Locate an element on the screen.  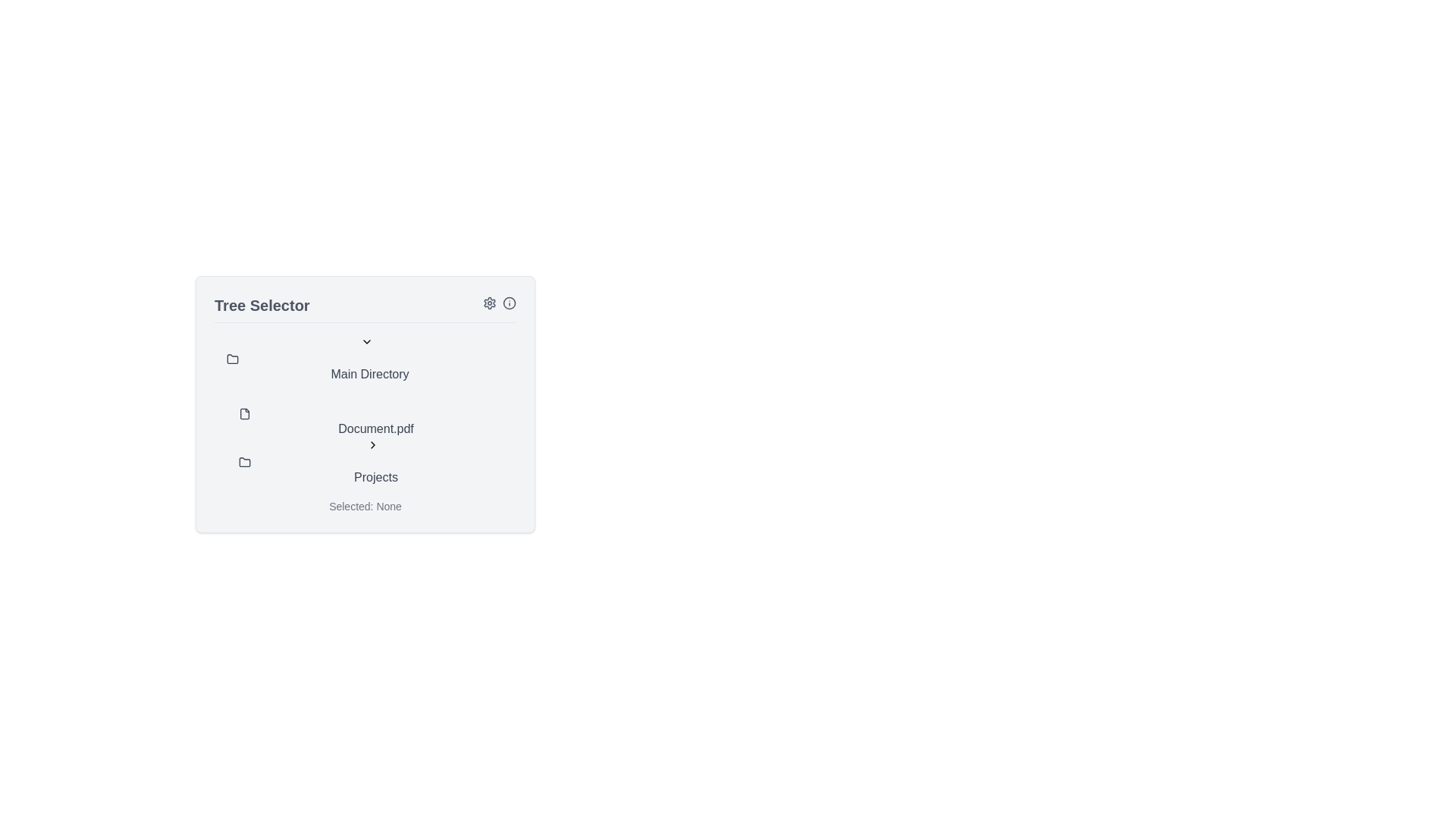
the document icon located to the left of the 'Document.pdf' label is located at coordinates (244, 414).